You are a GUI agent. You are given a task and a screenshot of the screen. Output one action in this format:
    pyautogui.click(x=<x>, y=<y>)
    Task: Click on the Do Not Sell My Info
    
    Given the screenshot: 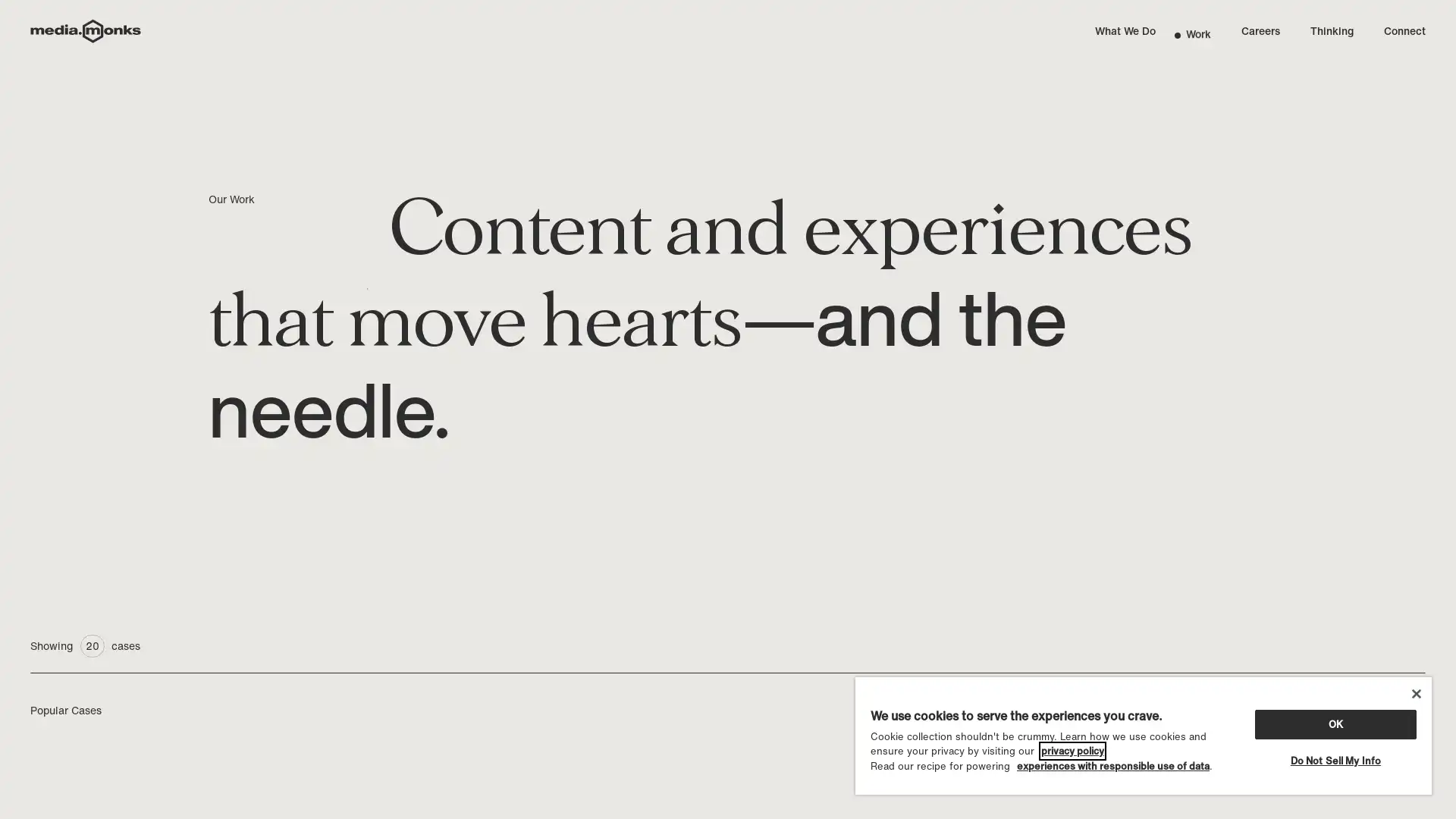 What is the action you would take?
    pyautogui.click(x=1335, y=760)
    